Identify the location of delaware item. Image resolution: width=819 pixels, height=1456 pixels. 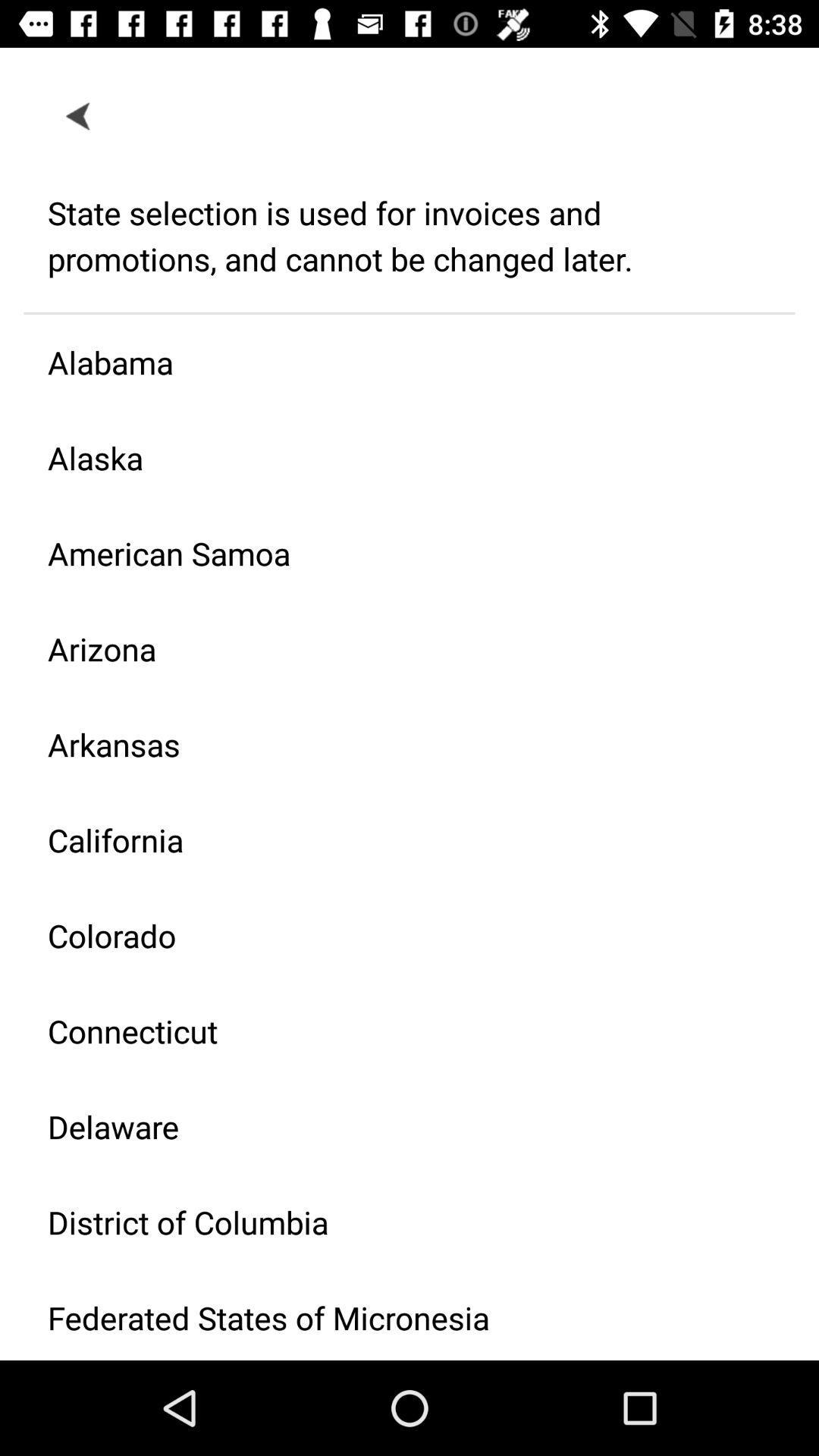
(397, 1126).